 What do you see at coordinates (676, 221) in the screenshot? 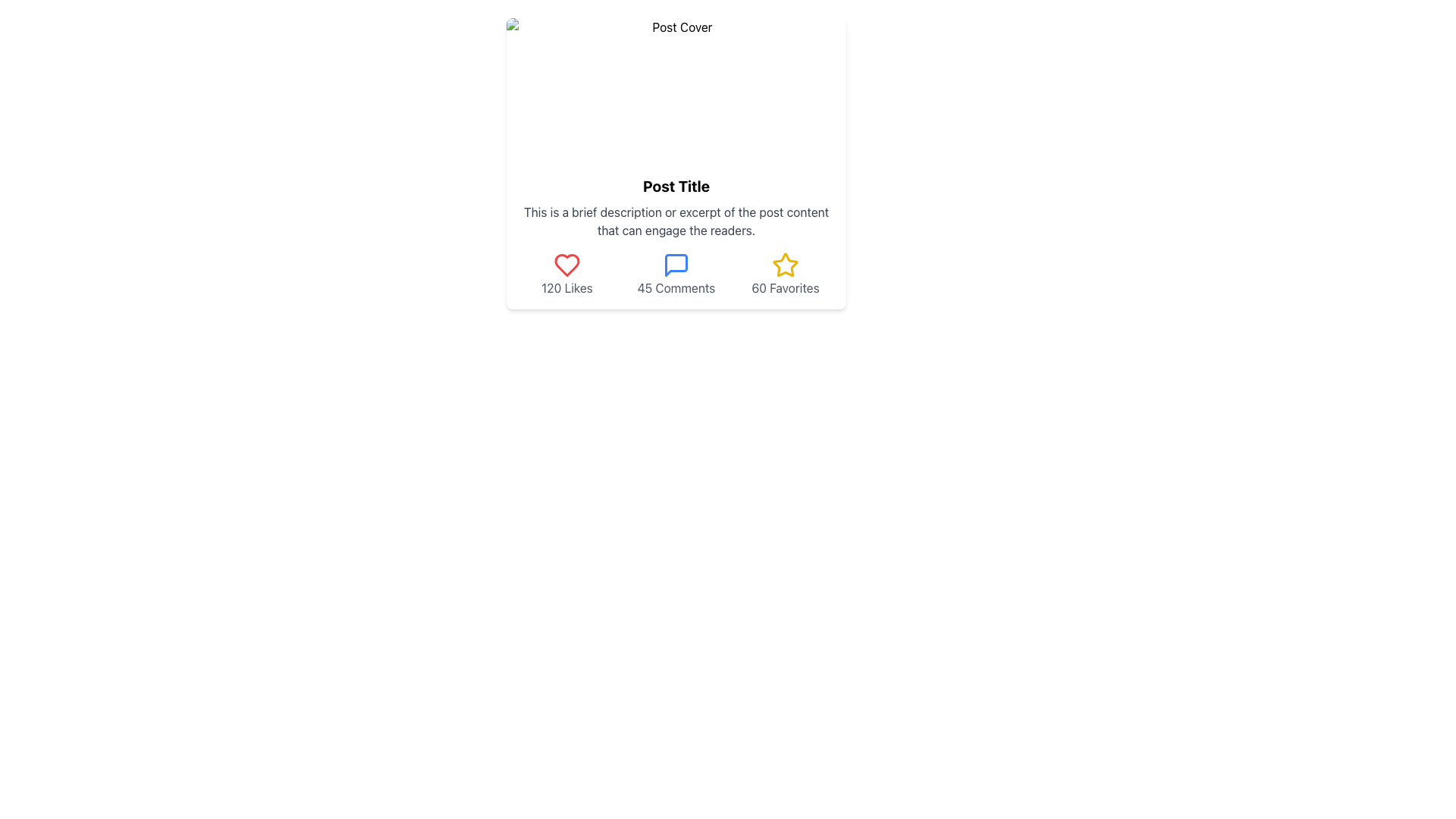
I see `the descriptive text block located below the 'Post Title' heading and above the interactive elements such as '120 Likes', '45 Comments', and '60 Favorites'` at bounding box center [676, 221].